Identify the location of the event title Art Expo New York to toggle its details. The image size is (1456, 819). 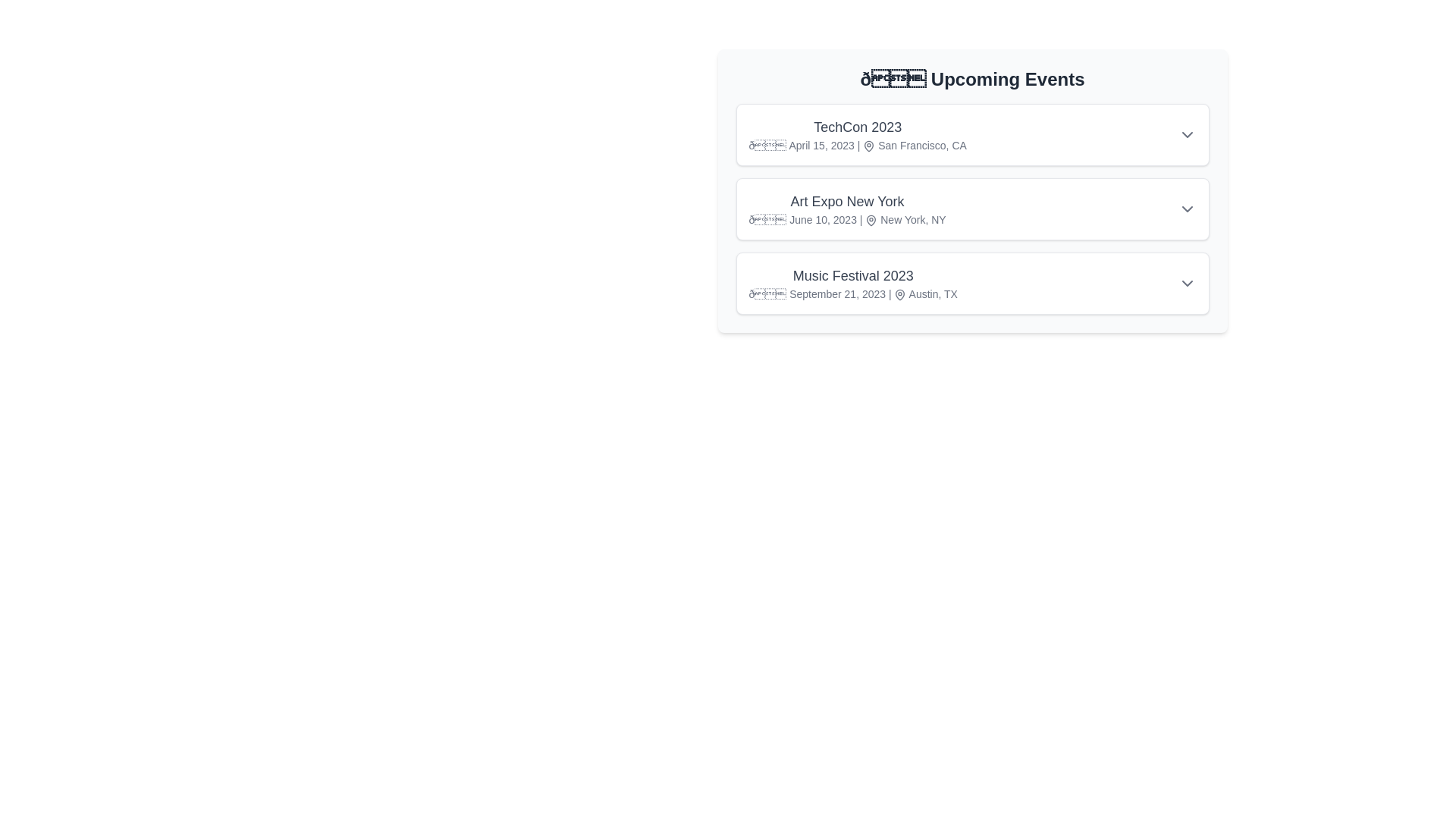
(846, 201).